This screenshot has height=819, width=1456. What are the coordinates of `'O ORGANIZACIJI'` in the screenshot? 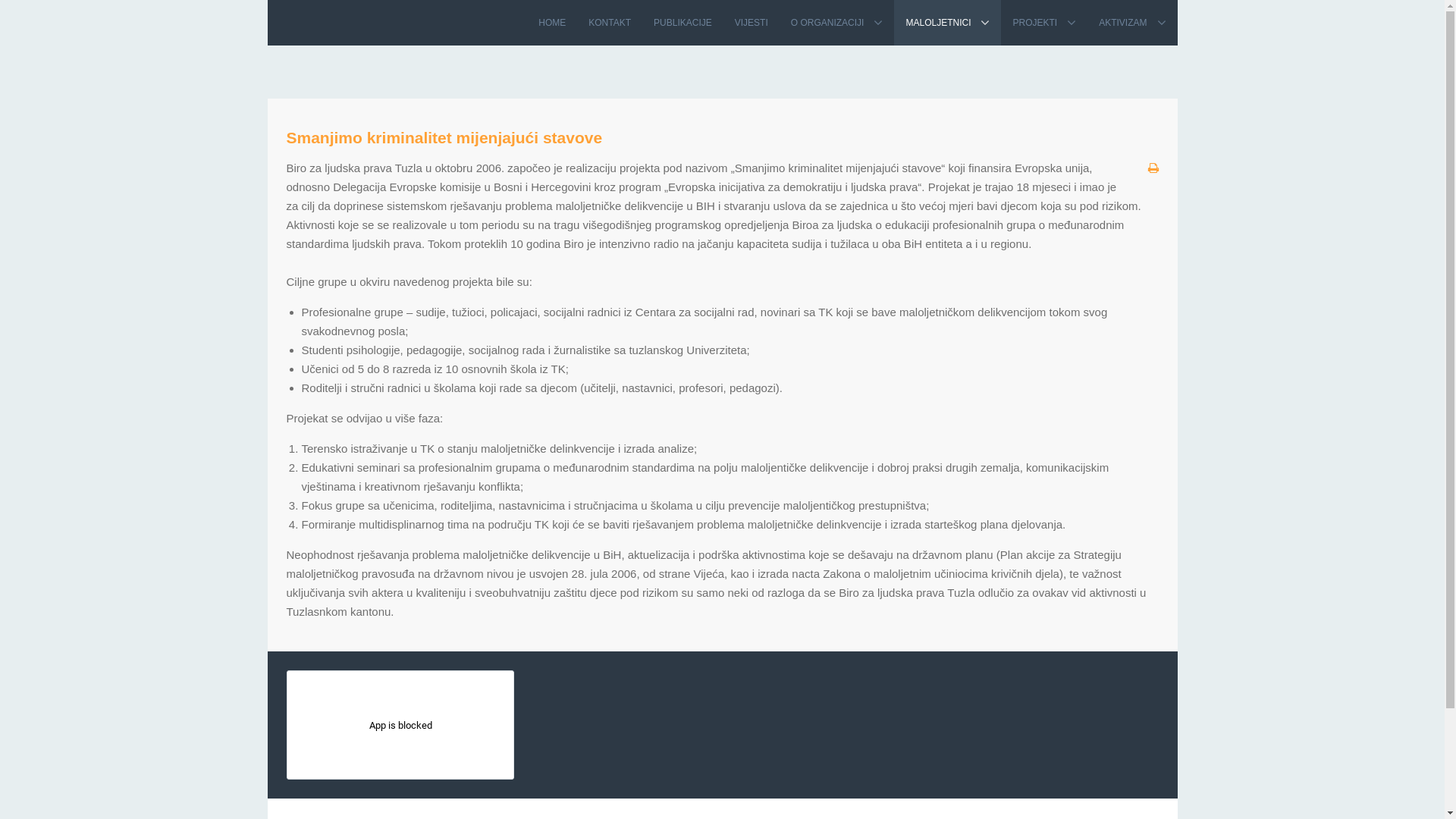 It's located at (779, 23).